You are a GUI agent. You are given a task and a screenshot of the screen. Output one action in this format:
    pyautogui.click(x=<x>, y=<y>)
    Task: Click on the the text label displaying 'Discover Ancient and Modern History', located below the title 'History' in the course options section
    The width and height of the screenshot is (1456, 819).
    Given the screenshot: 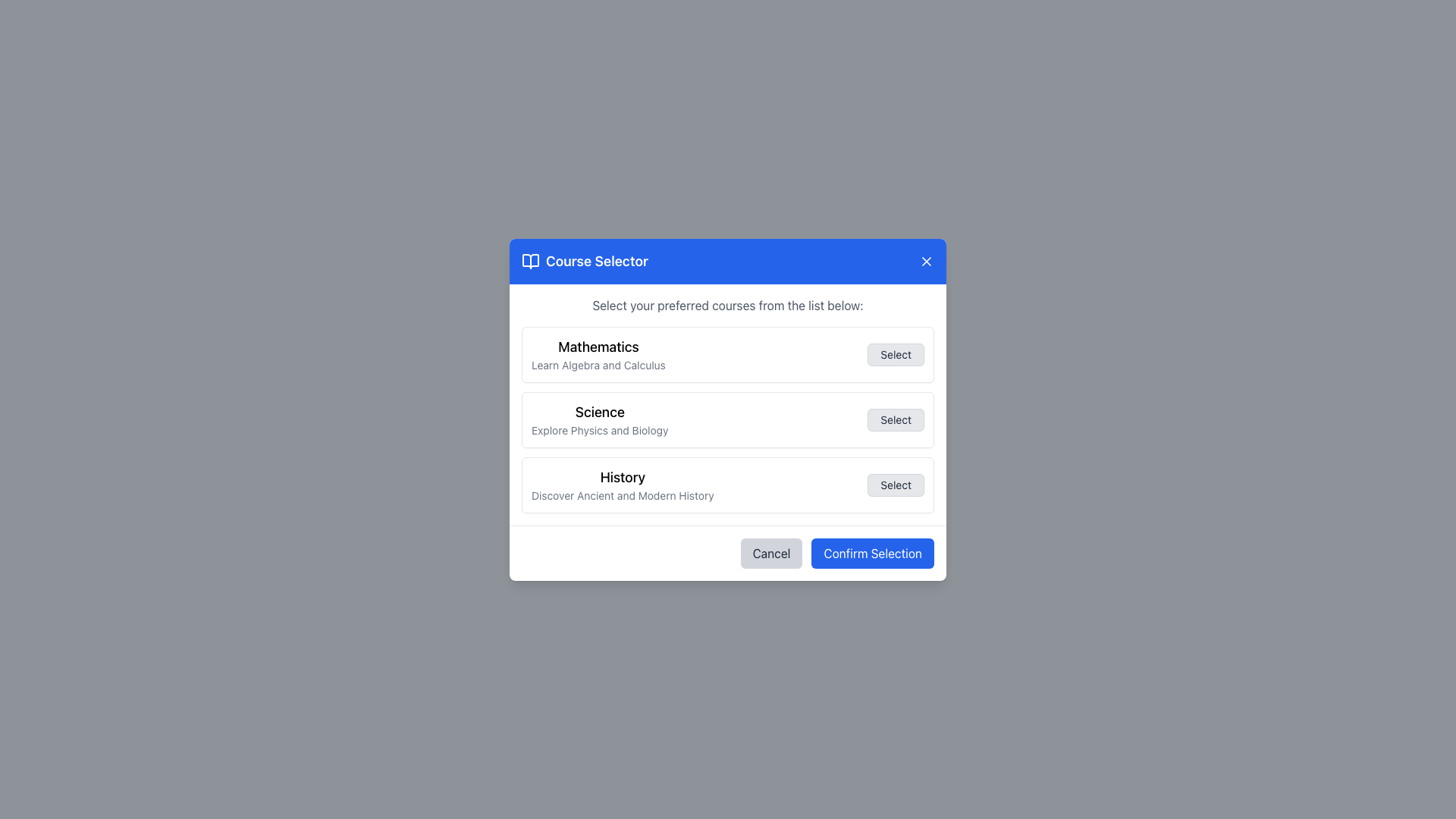 What is the action you would take?
    pyautogui.click(x=623, y=495)
    